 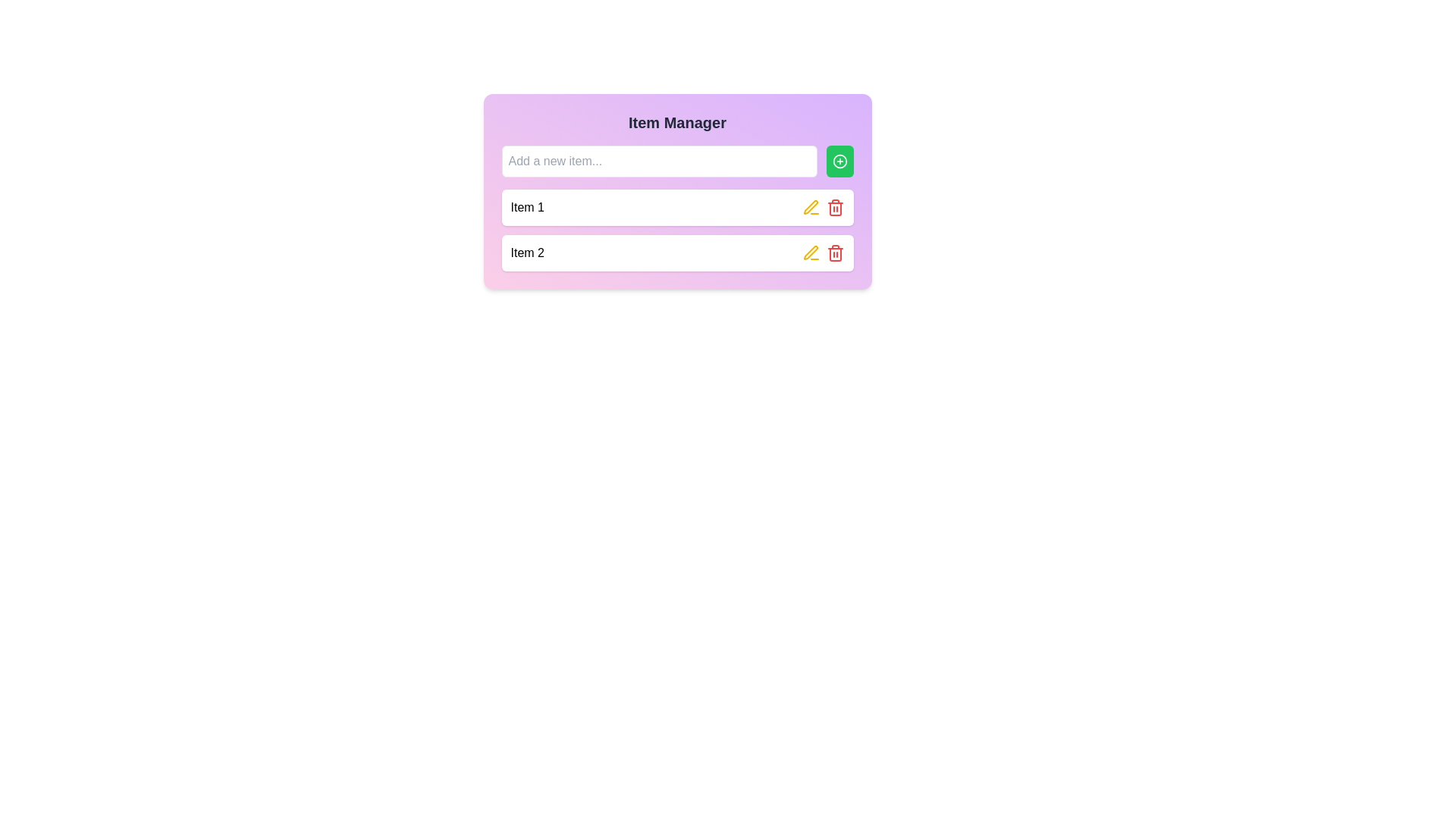 What do you see at coordinates (834, 253) in the screenshot?
I see `the delete icon button located at the far-right of the second-row item in the list` at bounding box center [834, 253].